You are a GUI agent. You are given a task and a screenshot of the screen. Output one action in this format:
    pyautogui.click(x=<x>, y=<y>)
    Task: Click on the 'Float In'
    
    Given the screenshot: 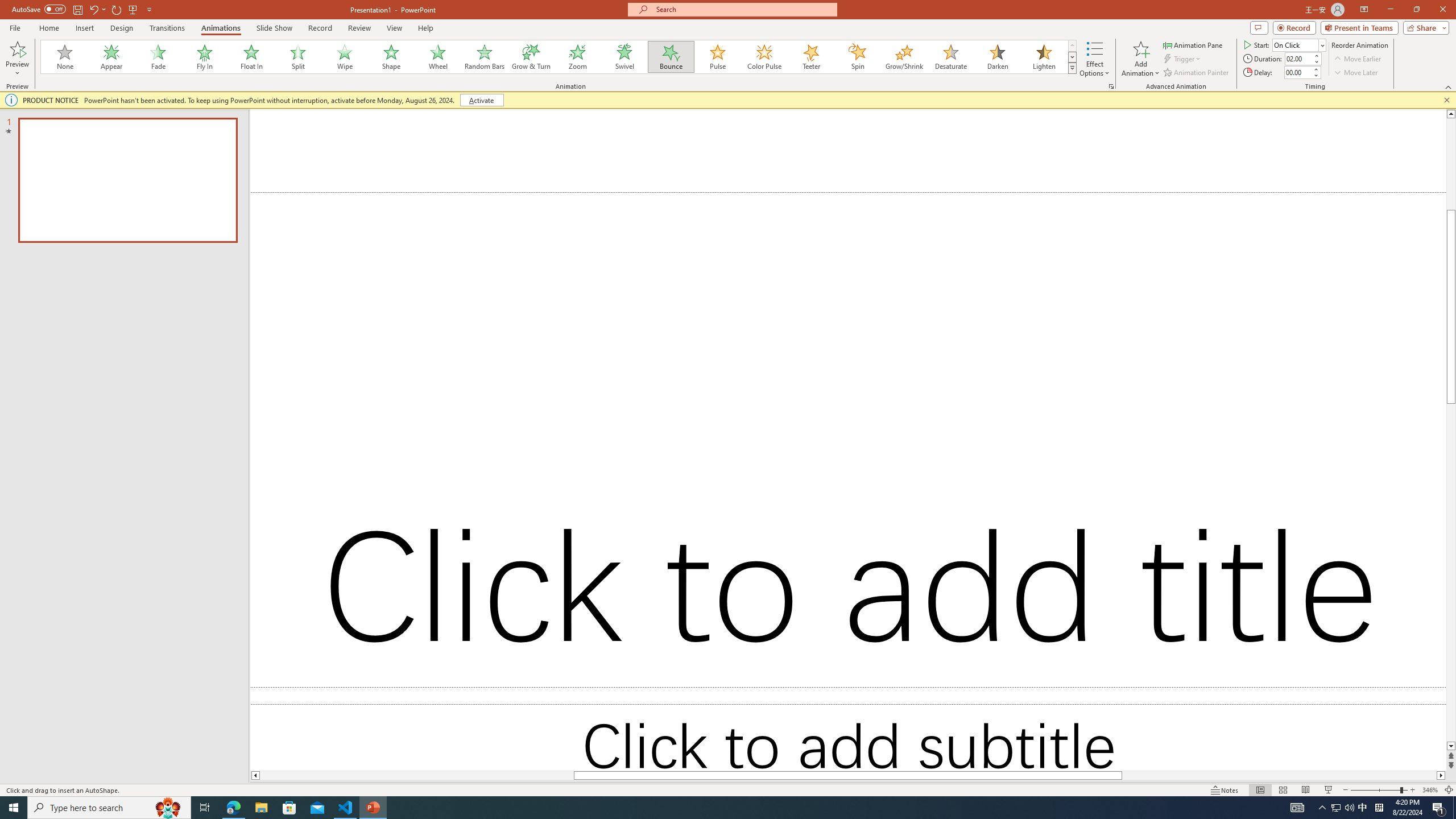 What is the action you would take?
    pyautogui.click(x=251, y=56)
    